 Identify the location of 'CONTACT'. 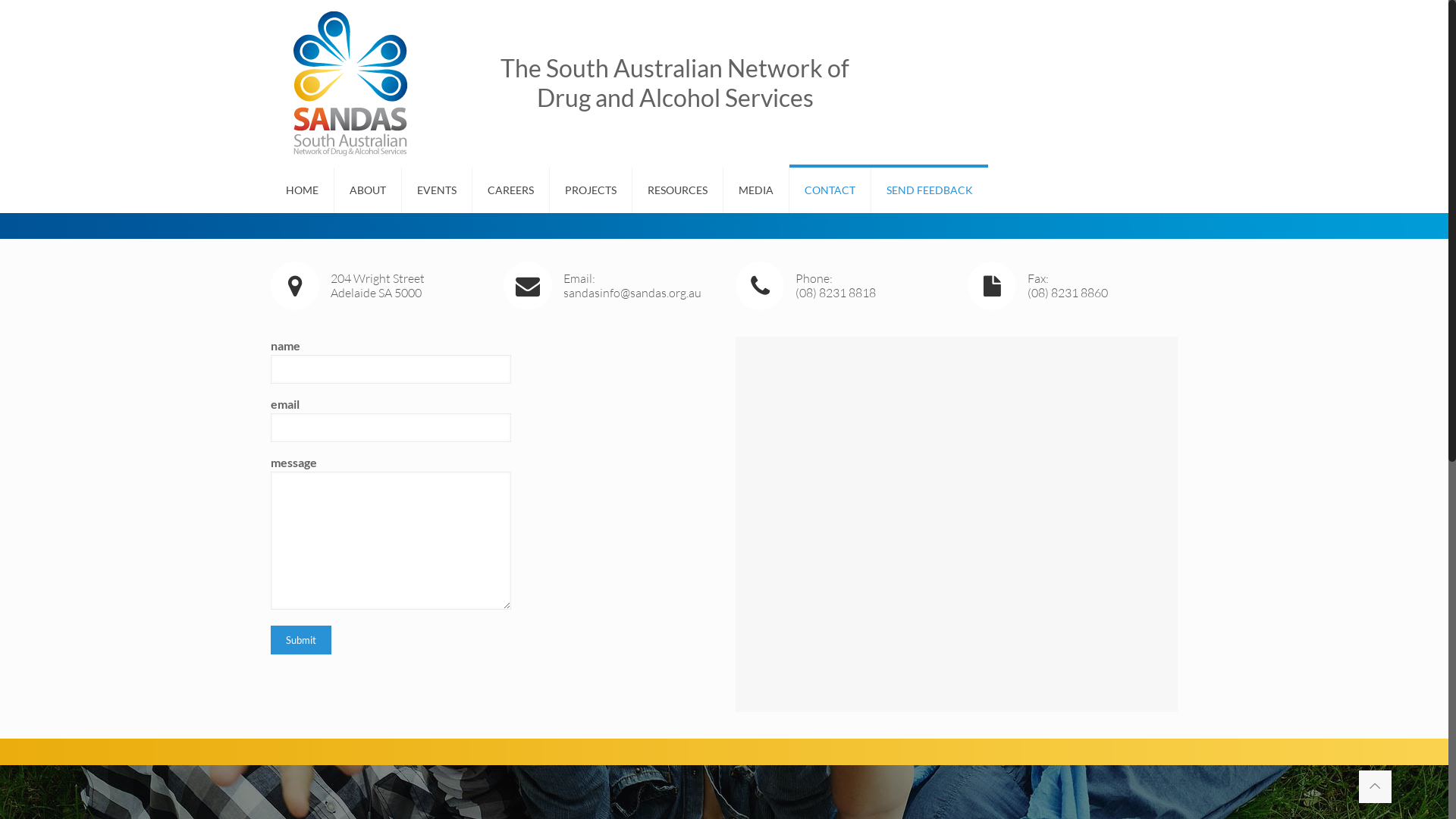
(829, 189).